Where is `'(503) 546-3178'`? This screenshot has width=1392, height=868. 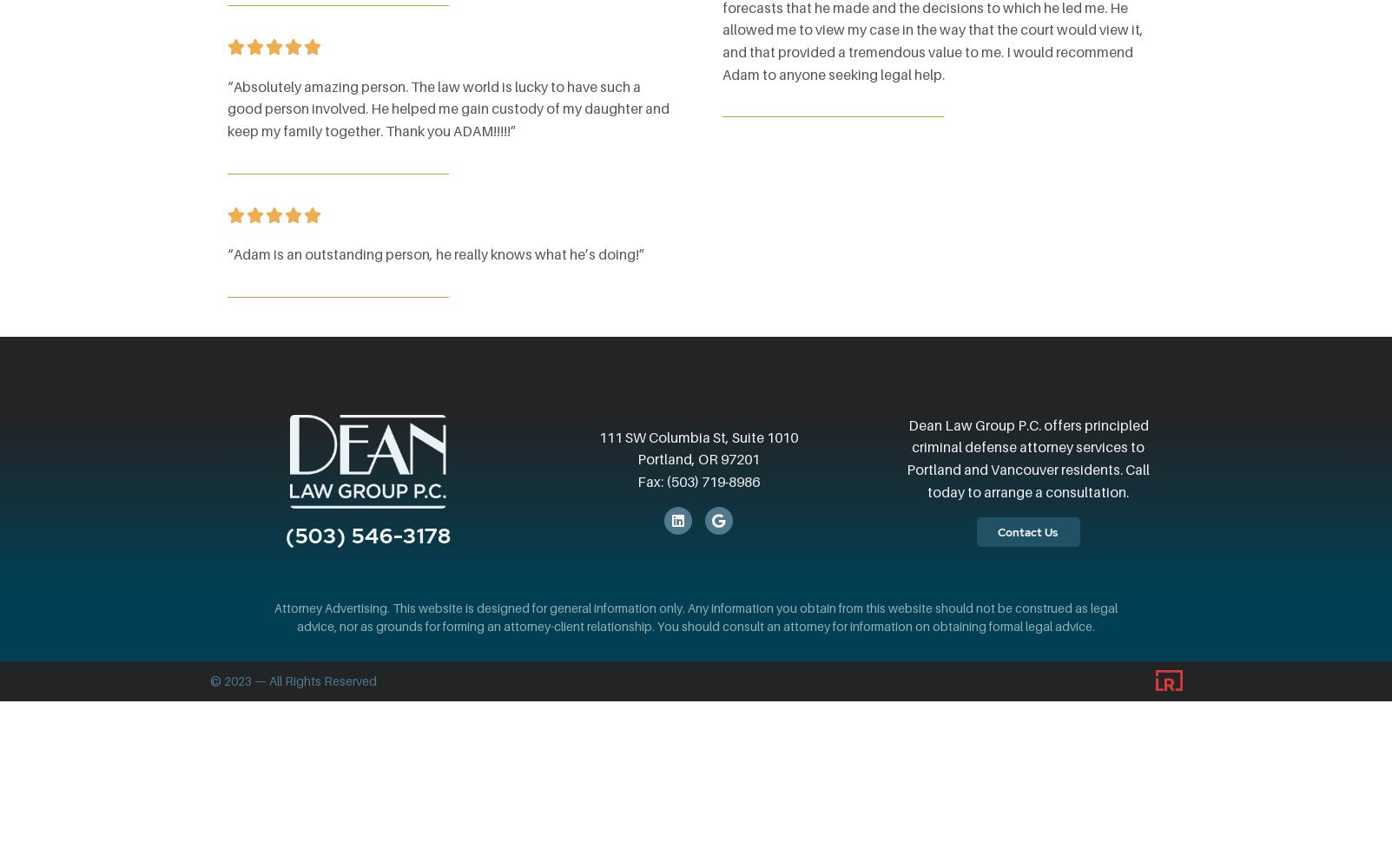 '(503) 546-3178' is located at coordinates (367, 535).